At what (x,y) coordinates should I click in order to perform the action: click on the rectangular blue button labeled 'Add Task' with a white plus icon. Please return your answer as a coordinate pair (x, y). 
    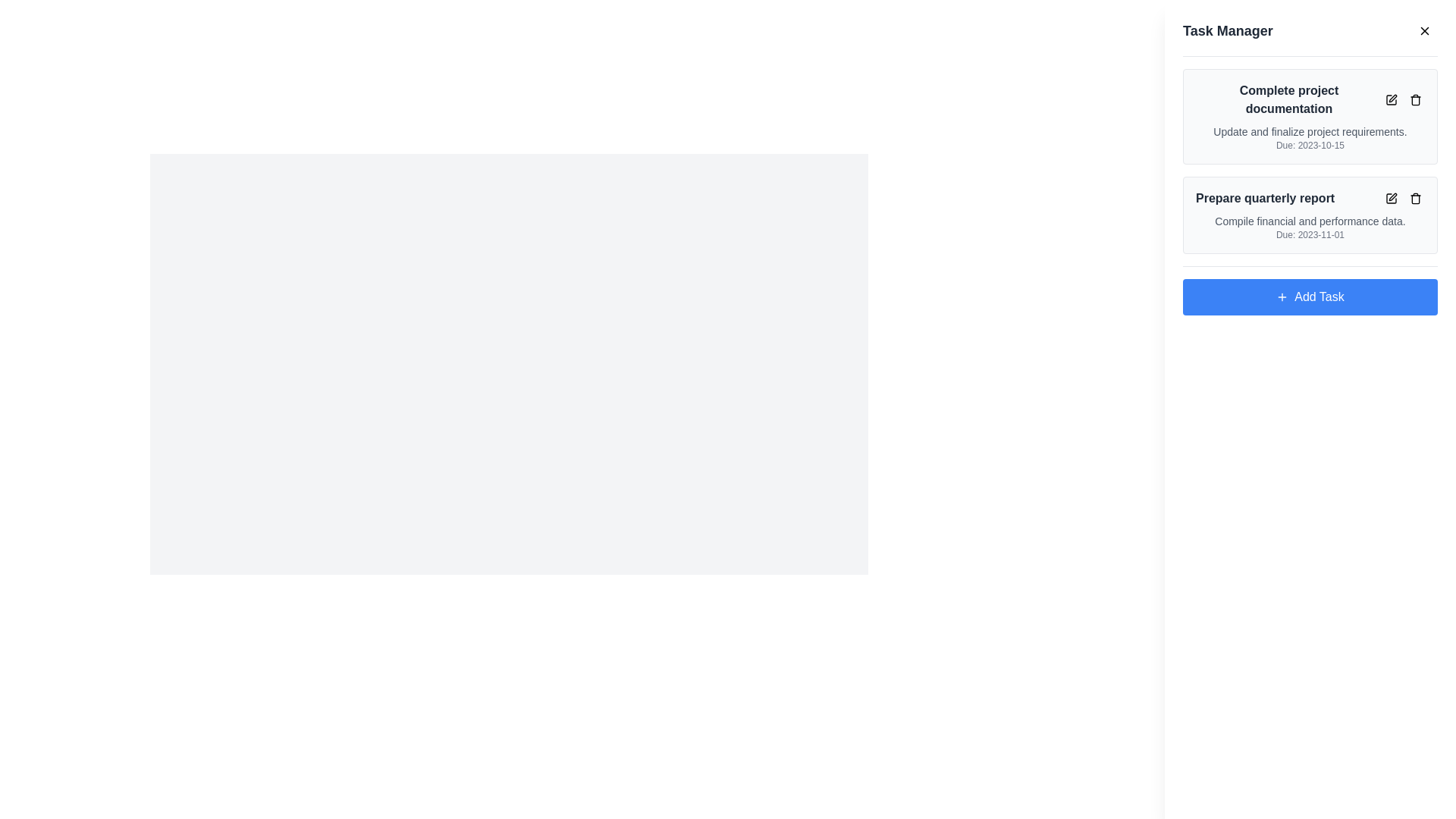
    Looking at the image, I should click on (1310, 297).